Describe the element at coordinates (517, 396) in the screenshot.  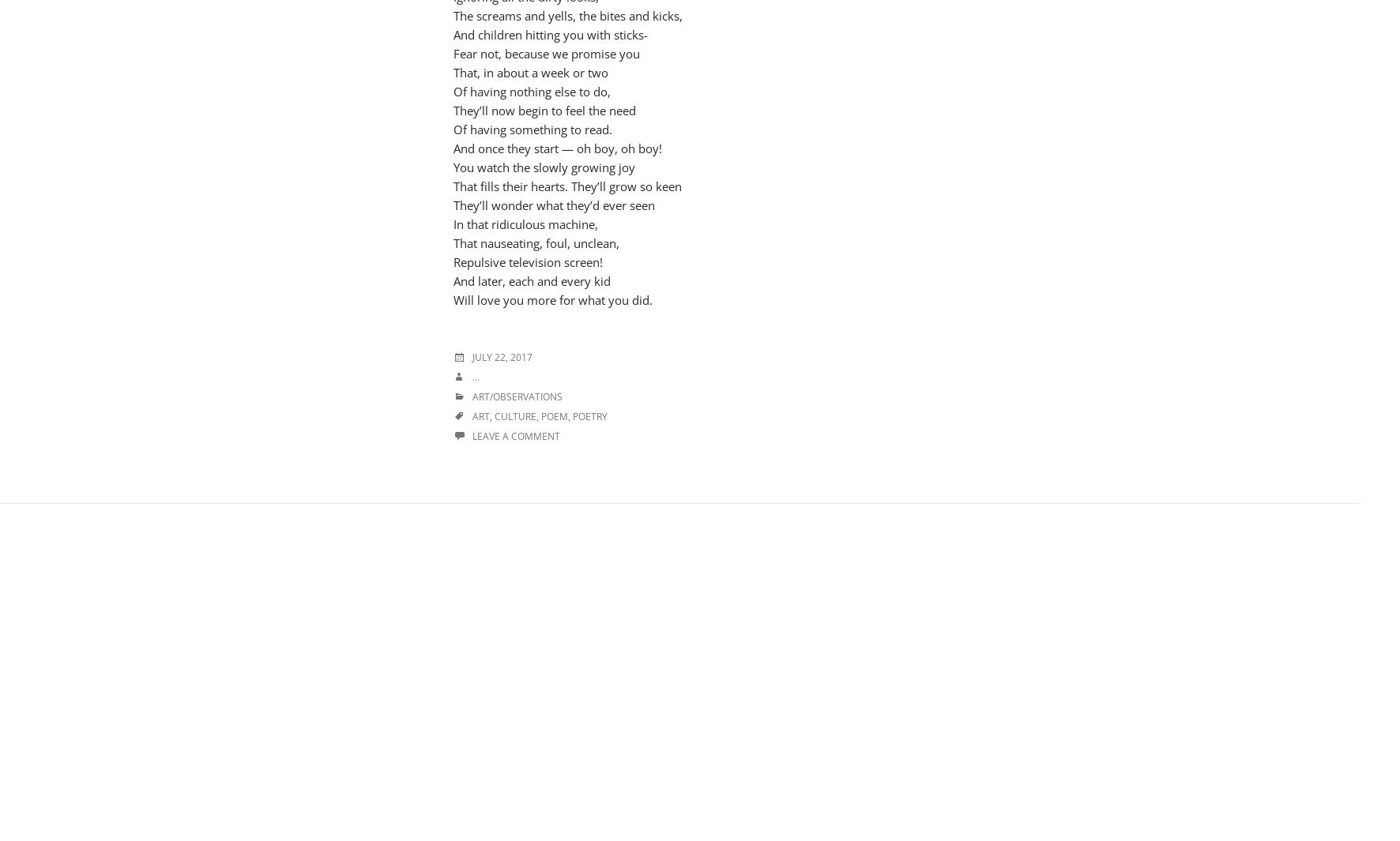
I see `'Art/Observations'` at that location.